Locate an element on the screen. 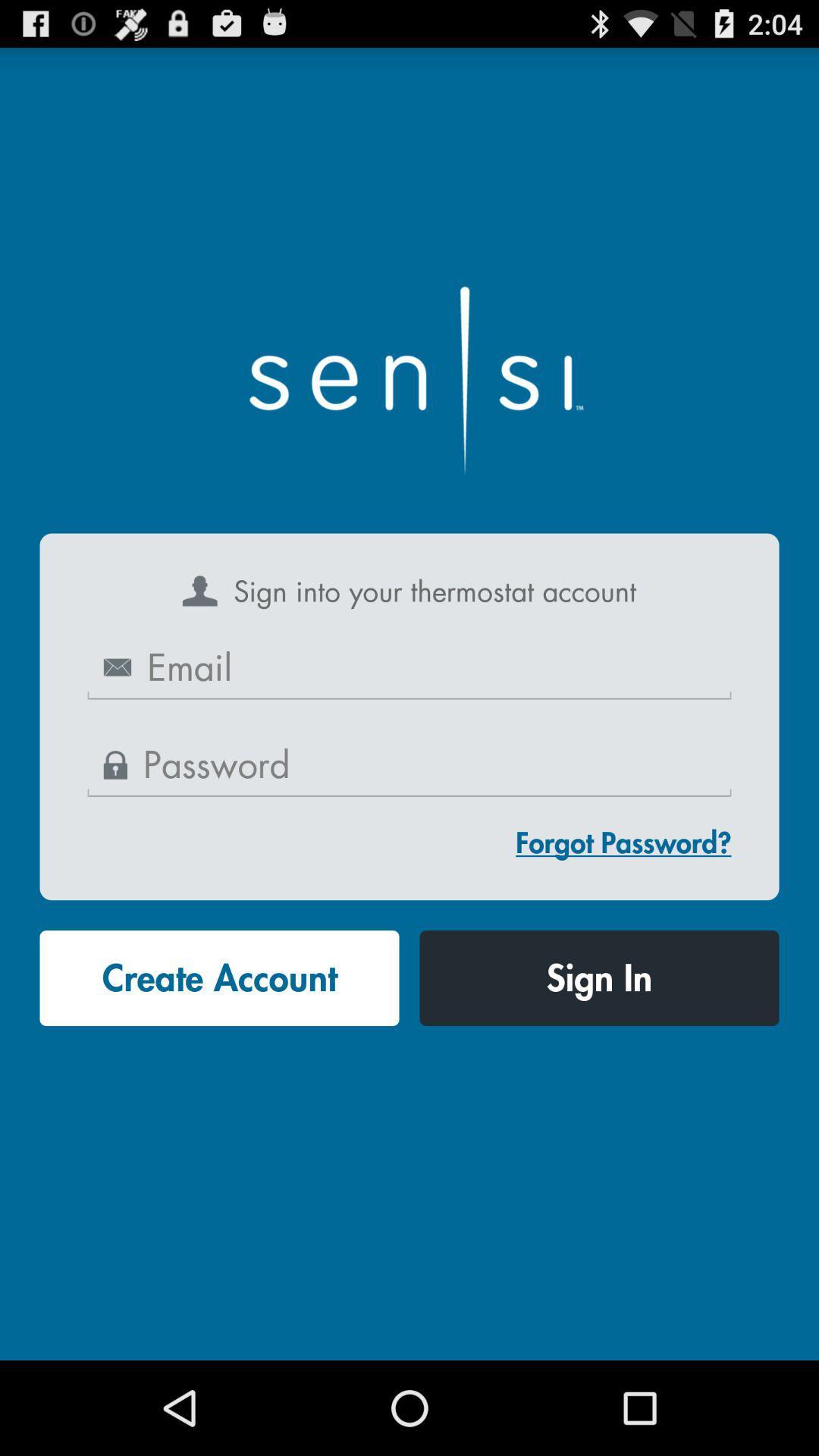  the item to the right of the create account is located at coordinates (598, 978).